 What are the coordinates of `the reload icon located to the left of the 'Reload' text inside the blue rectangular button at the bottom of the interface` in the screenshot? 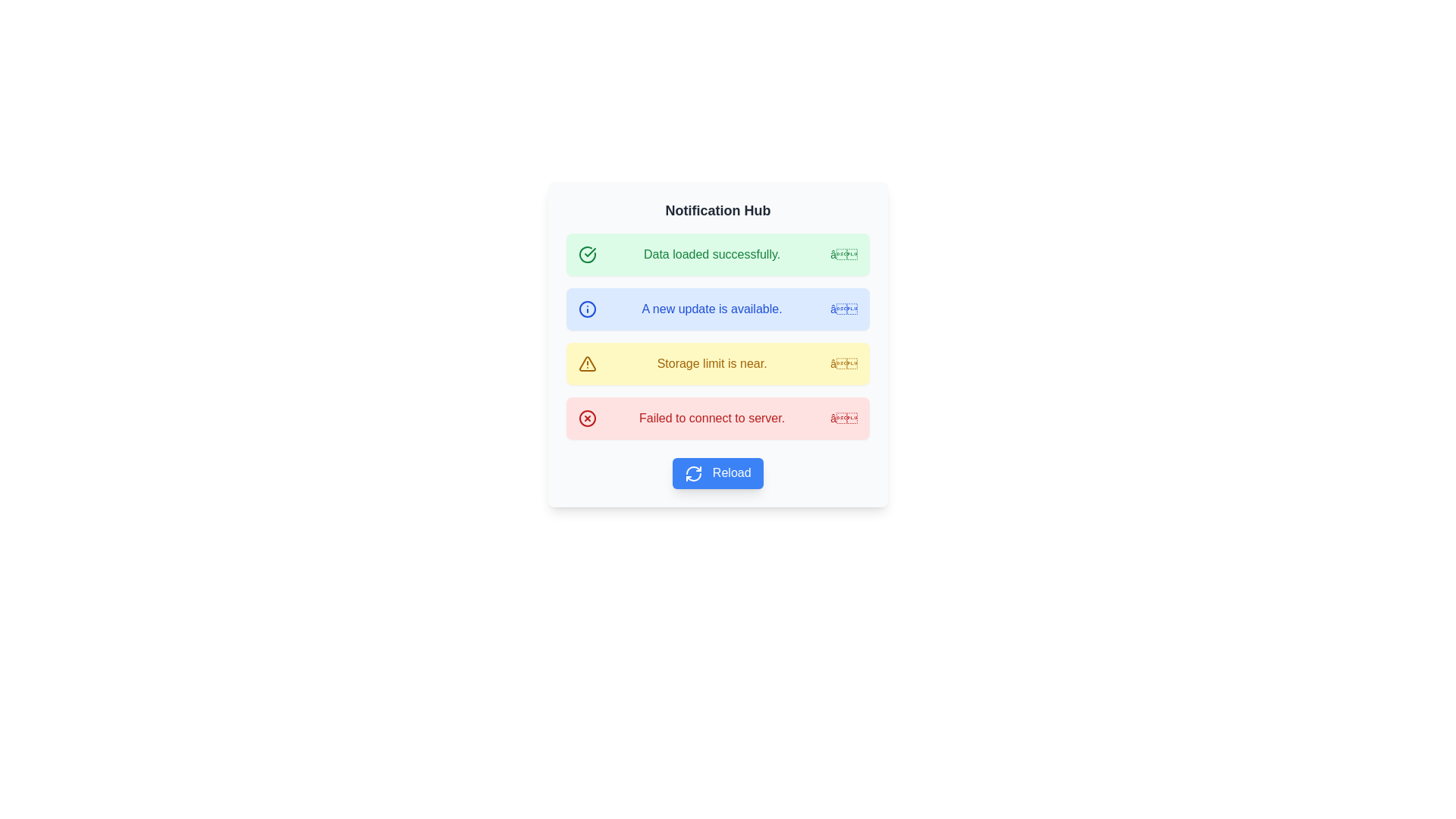 It's located at (693, 472).